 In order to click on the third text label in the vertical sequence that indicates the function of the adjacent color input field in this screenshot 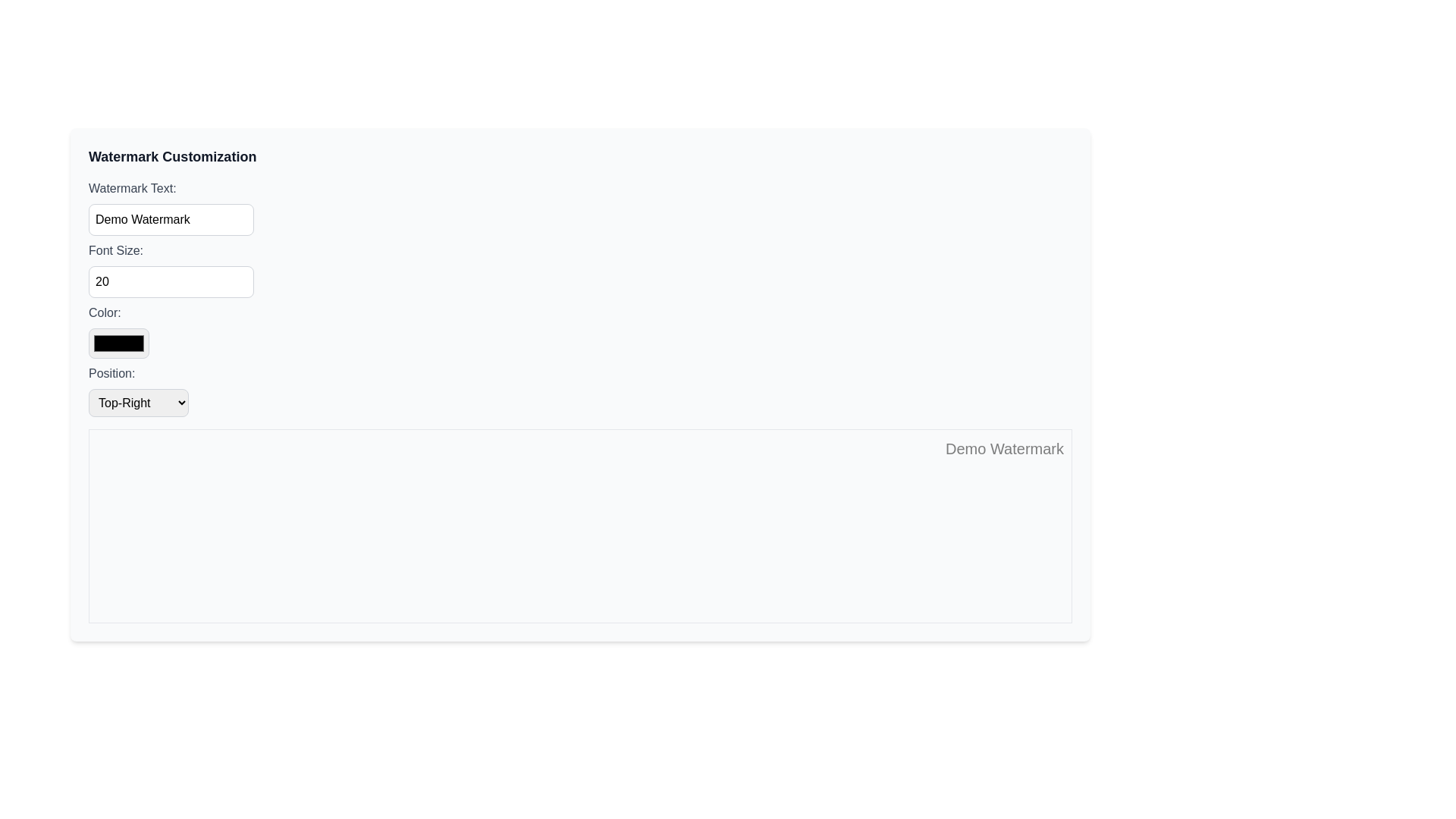, I will do `click(104, 312)`.